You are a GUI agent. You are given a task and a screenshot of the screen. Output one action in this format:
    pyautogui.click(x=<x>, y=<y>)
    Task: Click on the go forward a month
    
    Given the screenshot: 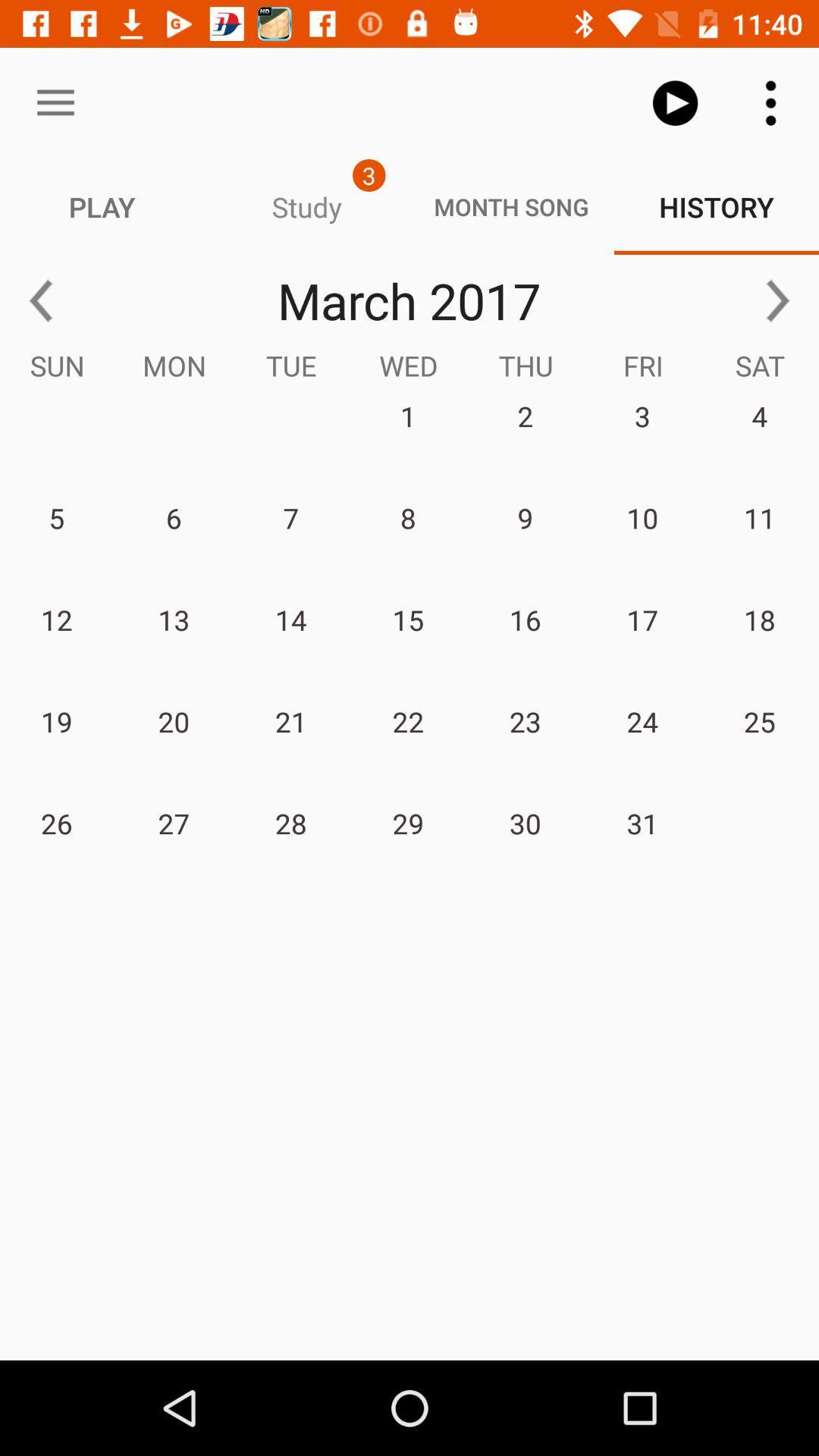 What is the action you would take?
    pyautogui.click(x=778, y=300)
    